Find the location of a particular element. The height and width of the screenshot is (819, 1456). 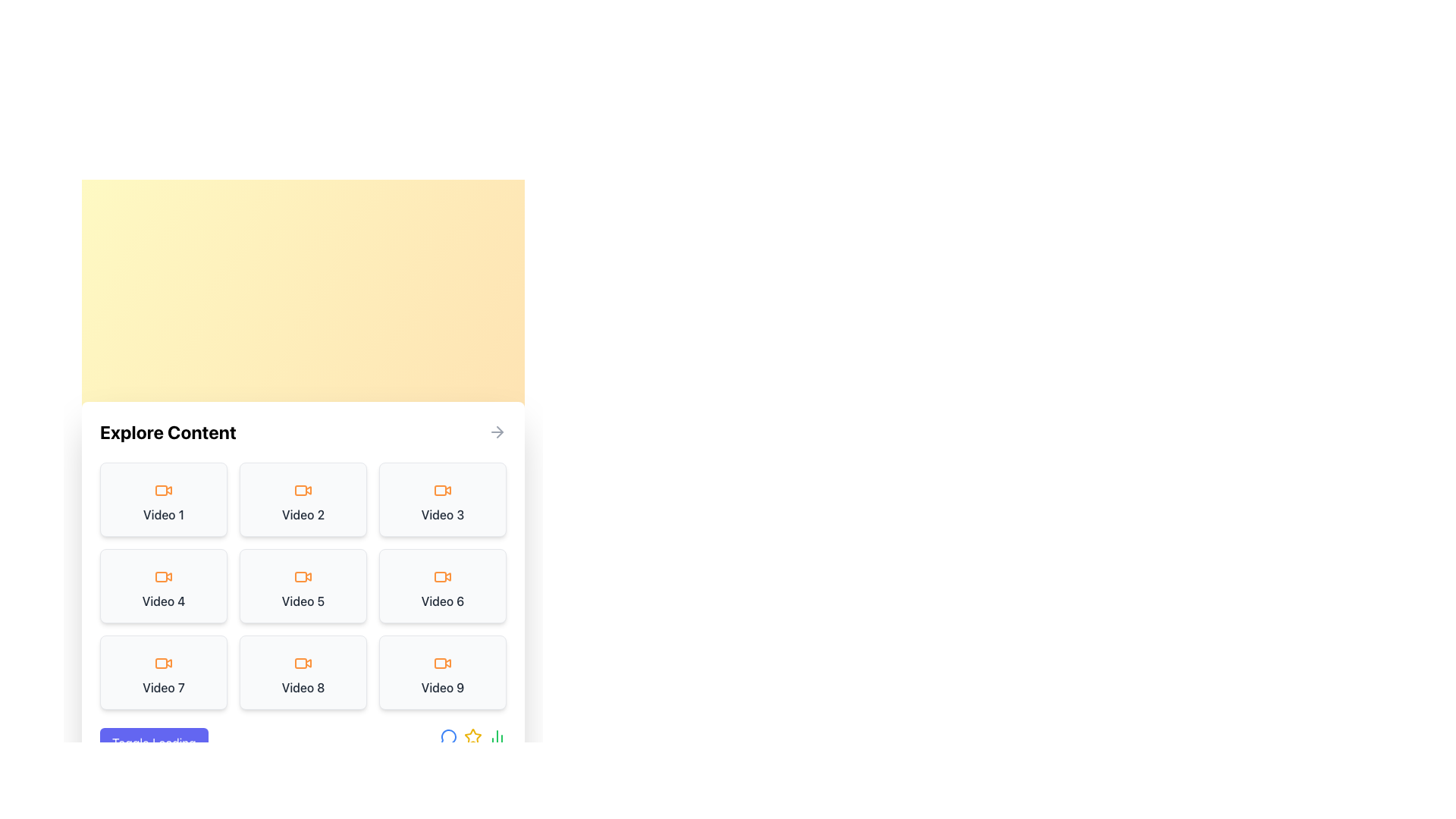

the Video Icon (Video Symbol) located at the ninth position is located at coordinates (439, 663).